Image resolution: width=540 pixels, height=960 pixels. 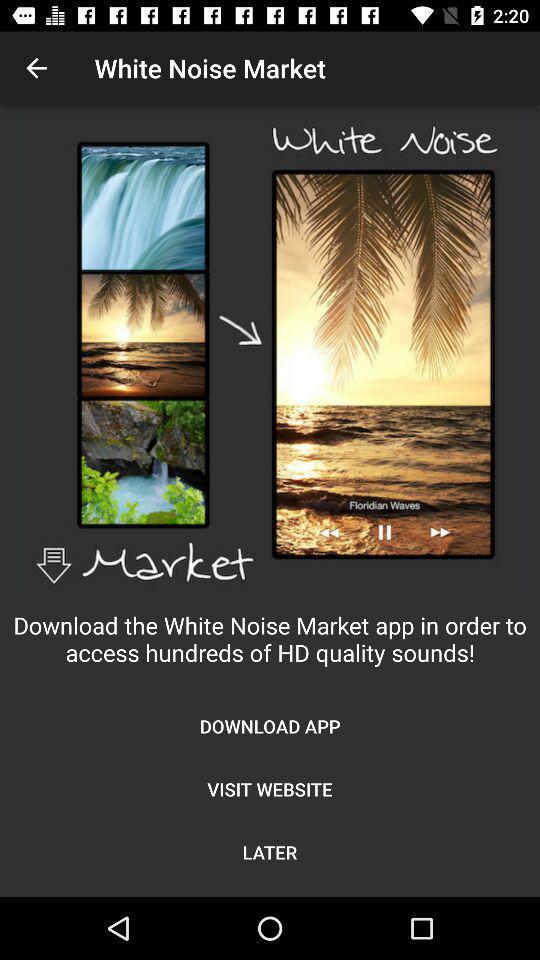 What do you see at coordinates (270, 789) in the screenshot?
I see `item above later icon` at bounding box center [270, 789].